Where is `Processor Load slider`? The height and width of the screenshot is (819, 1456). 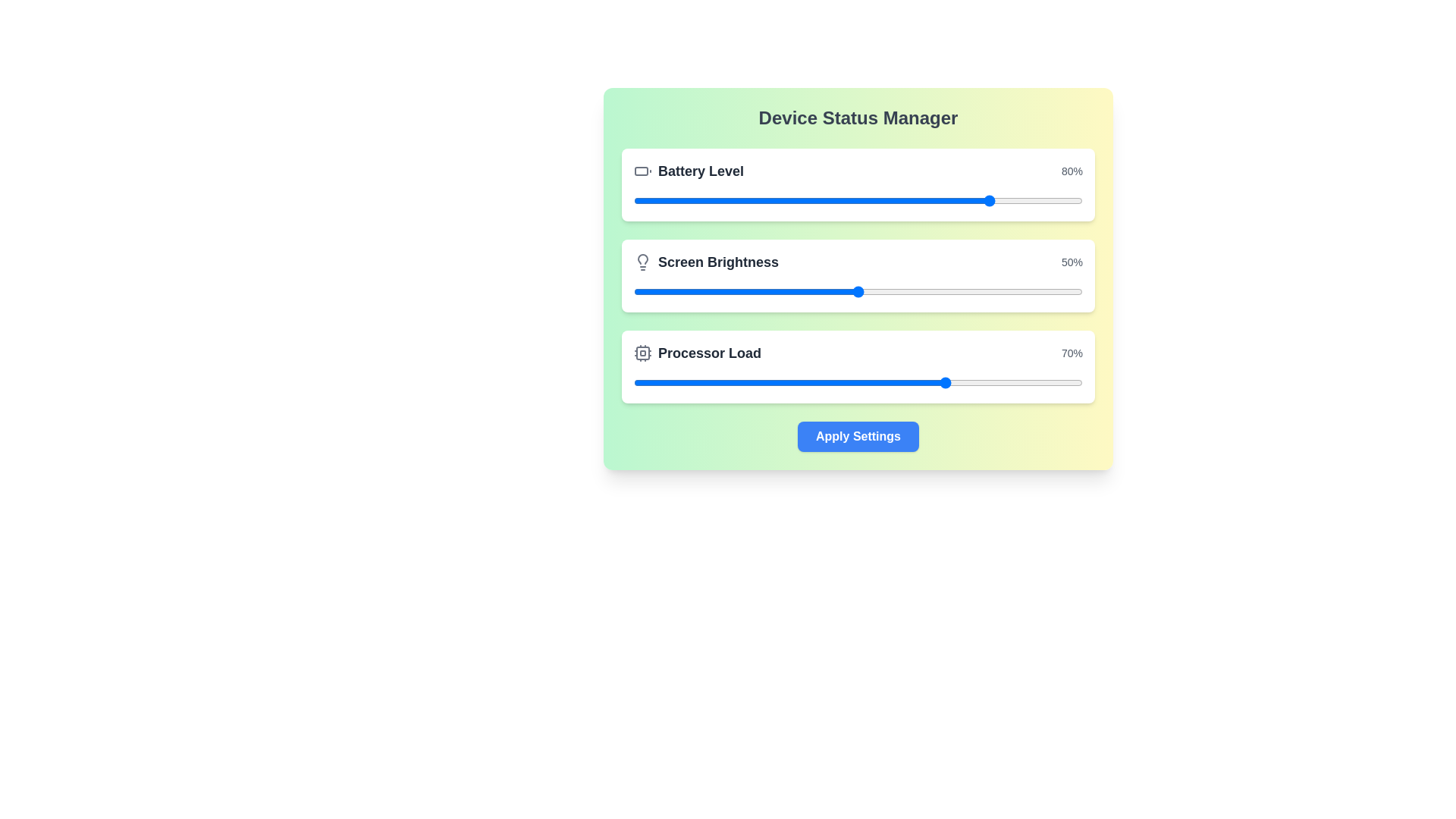
Processor Load slider is located at coordinates (750, 382).